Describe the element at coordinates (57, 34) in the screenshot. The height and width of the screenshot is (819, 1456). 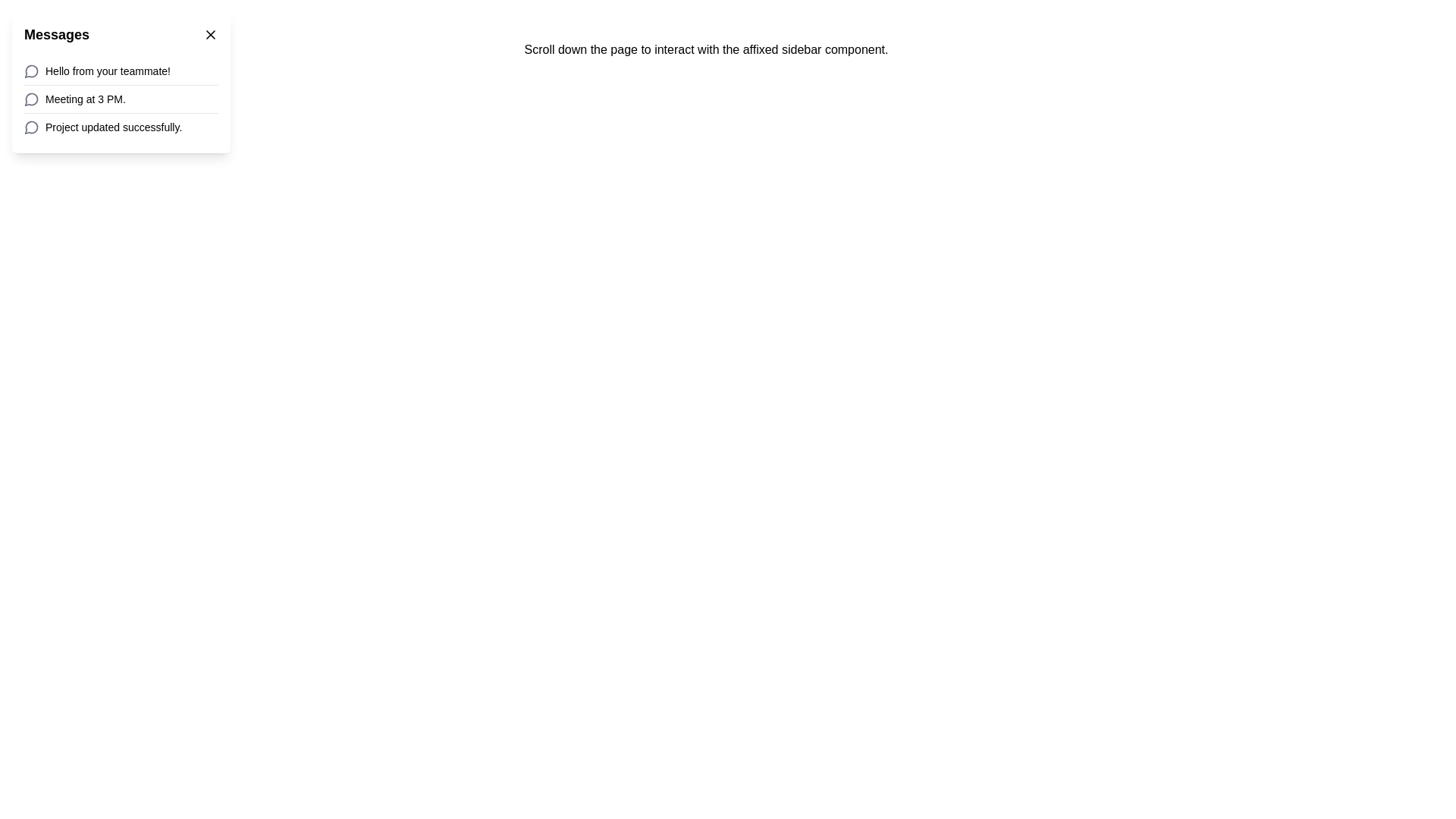
I see `the bold, large-sized 'Messages' text label, which serves as a headline within the top-left part of the dialog box` at that location.